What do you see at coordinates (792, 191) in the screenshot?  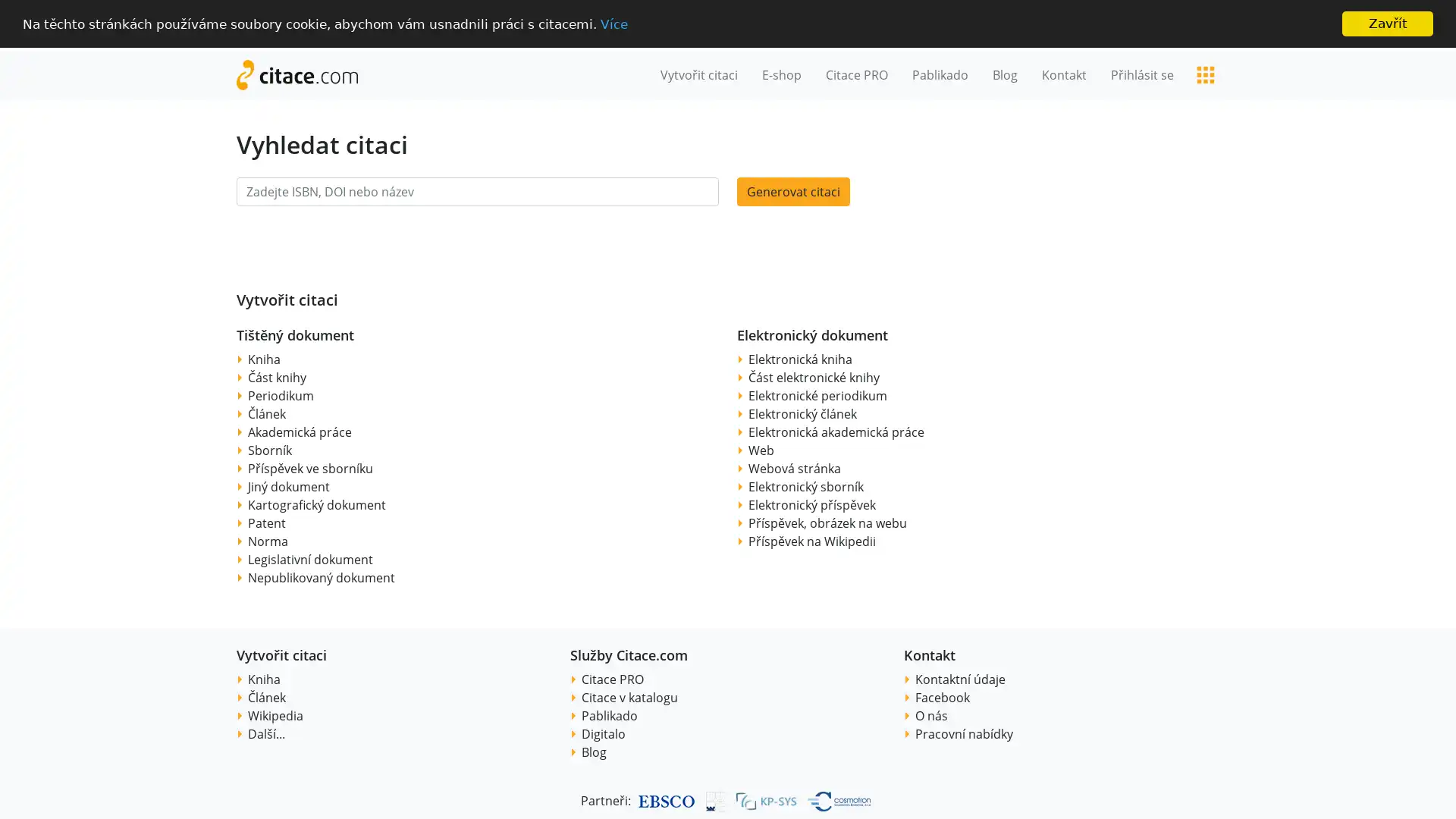 I see `Generovat citaci` at bounding box center [792, 191].